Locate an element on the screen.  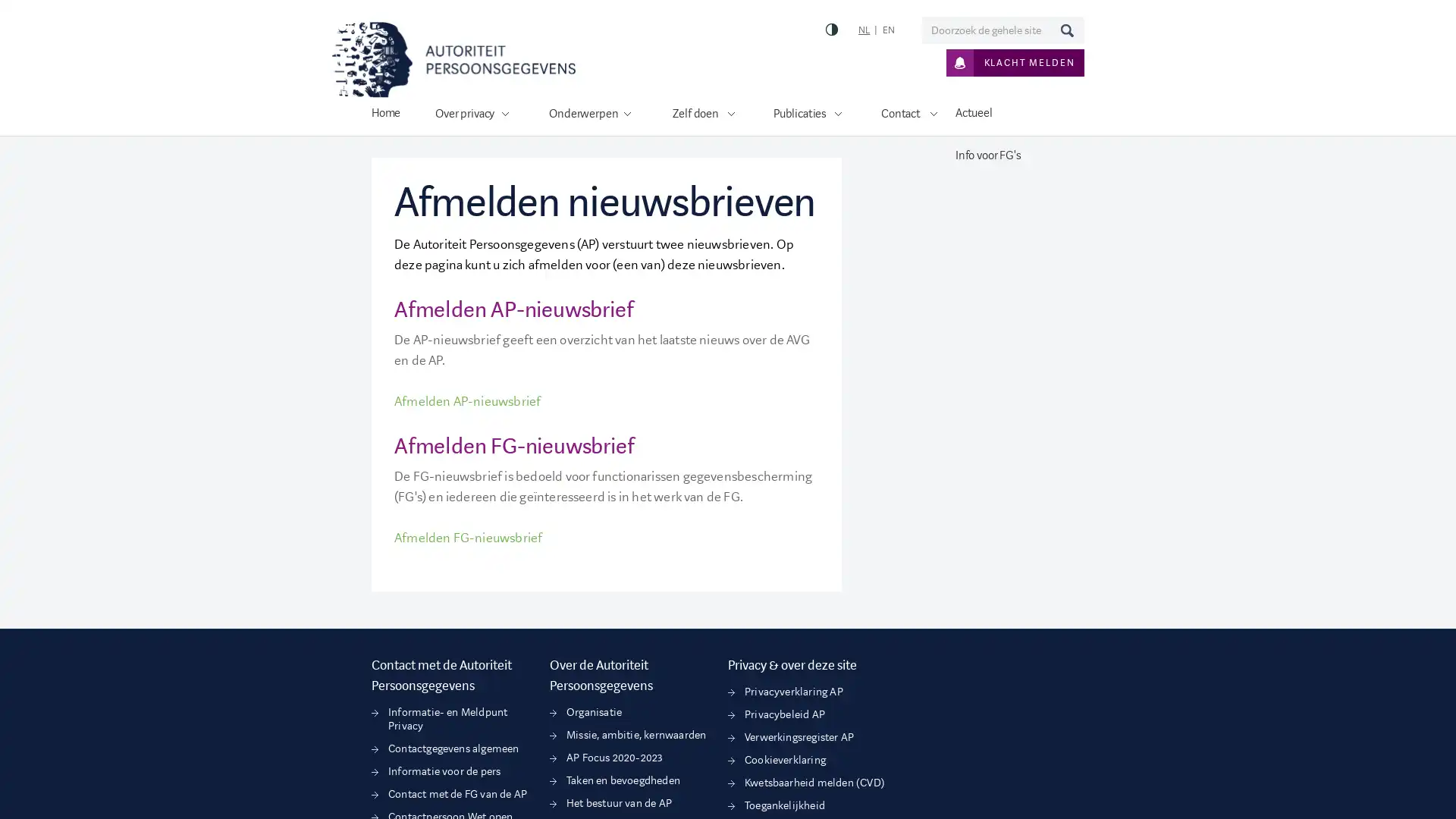
Zoeken is located at coordinates (1065, 30).